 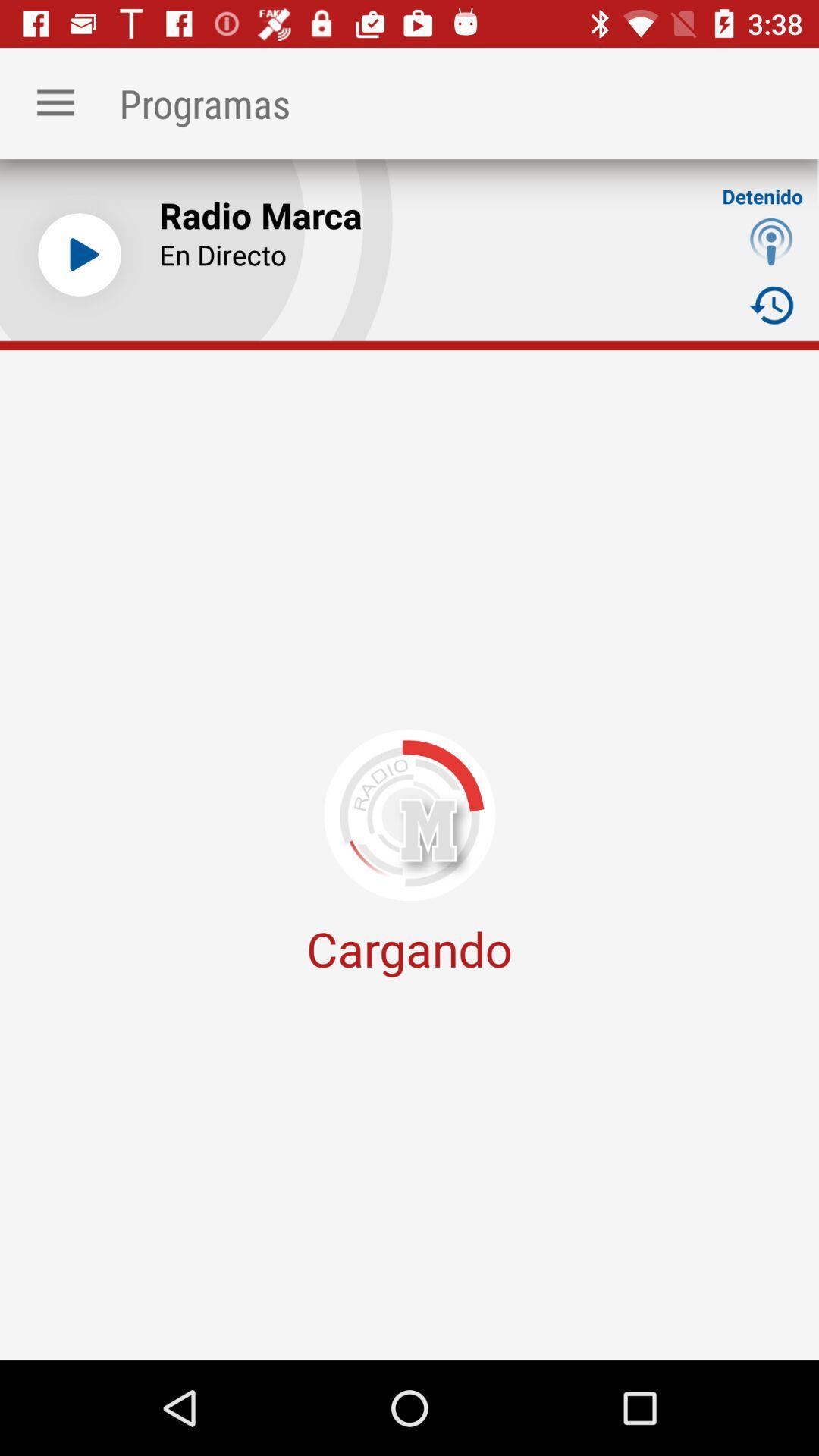 What do you see at coordinates (771, 240) in the screenshot?
I see `the location icon` at bounding box center [771, 240].